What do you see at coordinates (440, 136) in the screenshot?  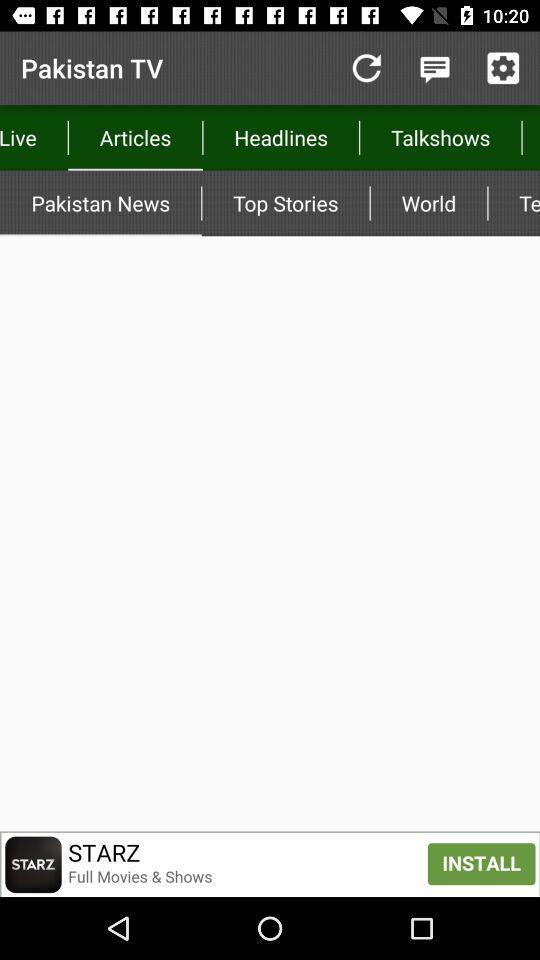 I see `the talkshows item` at bounding box center [440, 136].